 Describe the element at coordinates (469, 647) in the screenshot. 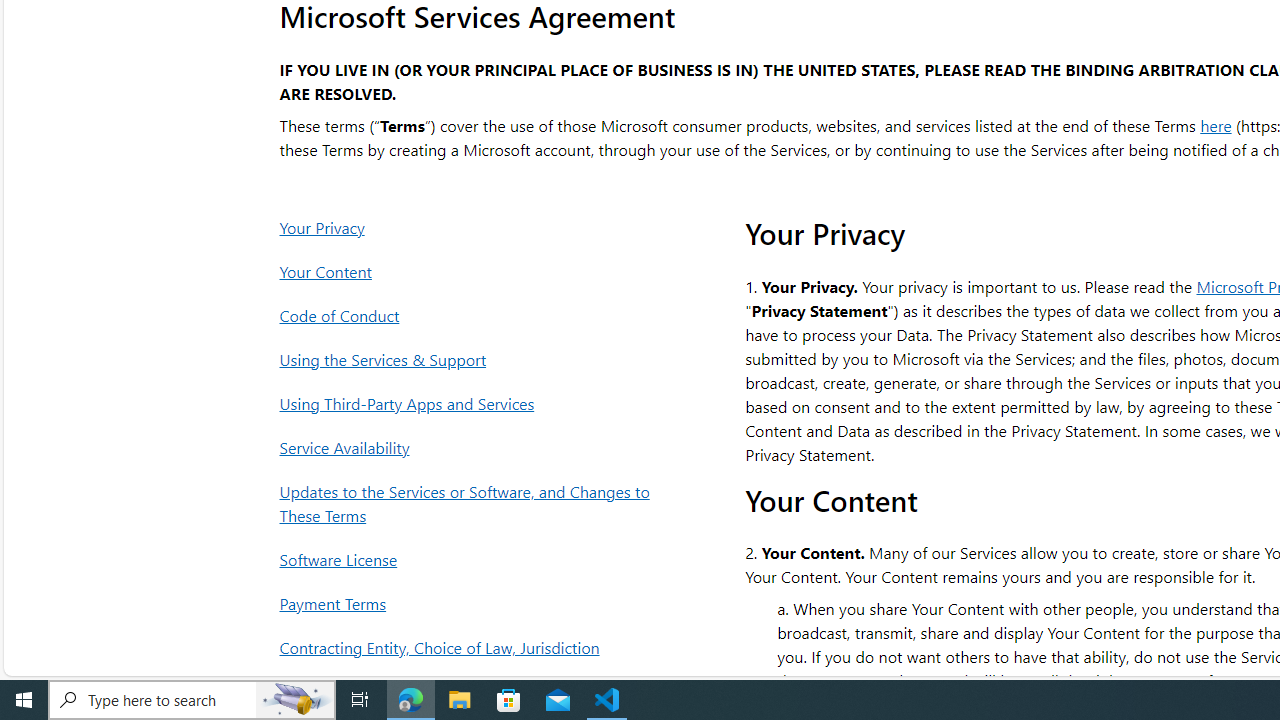

I see `'Contracting Entity, Choice of Law, Jurisdiction'` at that location.